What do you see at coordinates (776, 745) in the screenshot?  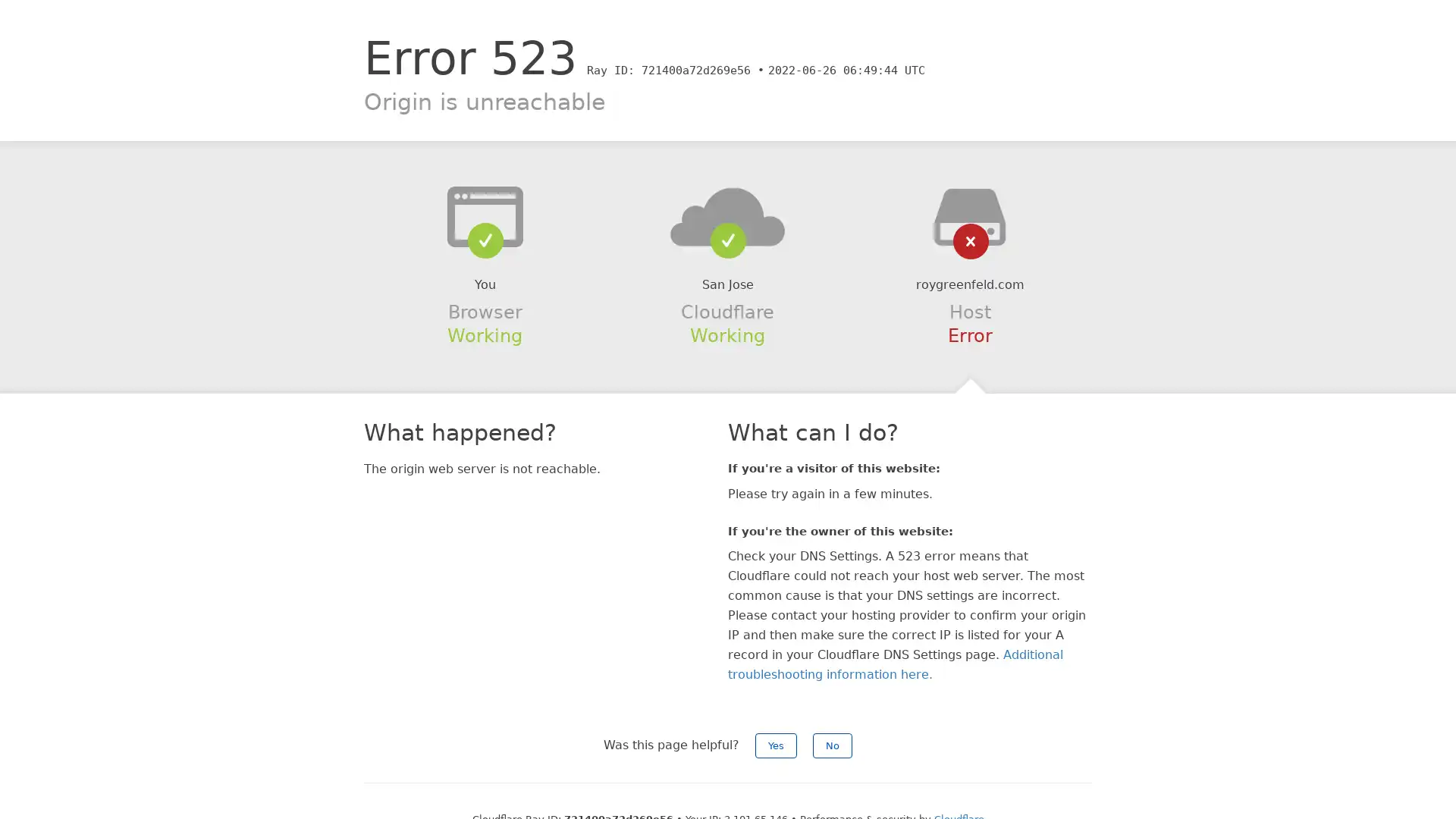 I see `Yes` at bounding box center [776, 745].